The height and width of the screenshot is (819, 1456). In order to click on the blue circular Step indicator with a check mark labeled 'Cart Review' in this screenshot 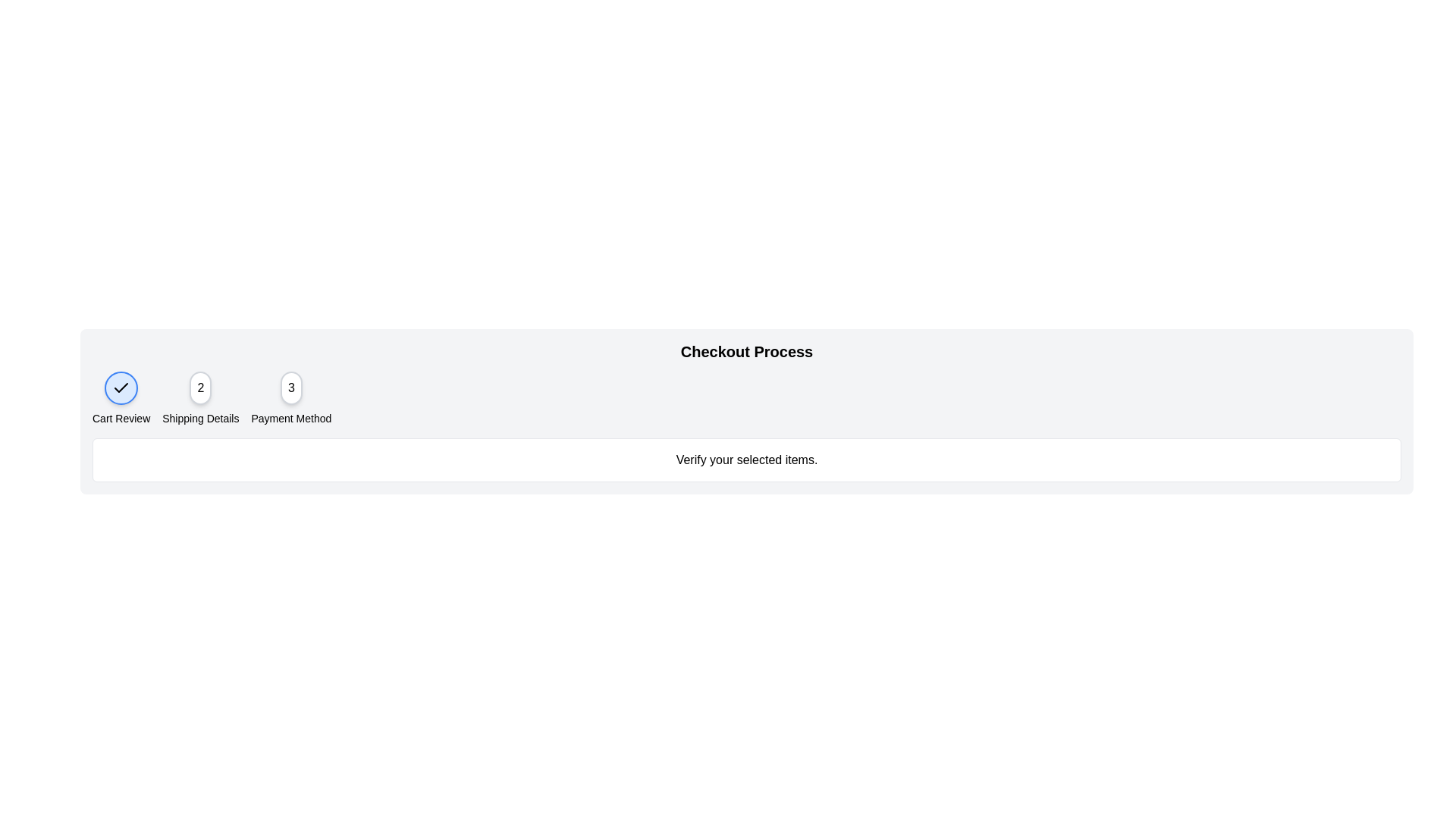, I will do `click(121, 397)`.